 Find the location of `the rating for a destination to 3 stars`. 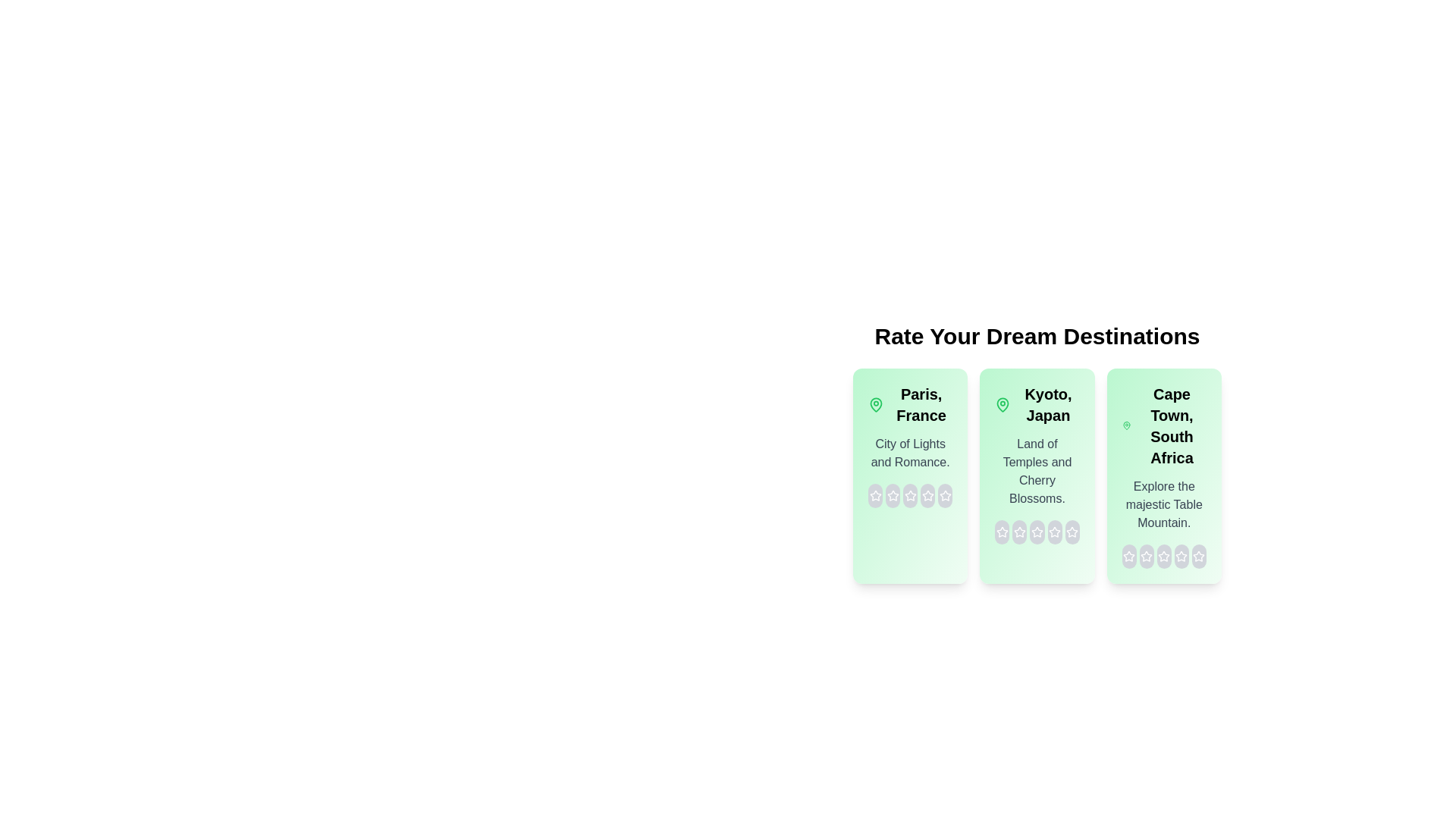

the rating for a destination to 3 stars is located at coordinates (910, 496).